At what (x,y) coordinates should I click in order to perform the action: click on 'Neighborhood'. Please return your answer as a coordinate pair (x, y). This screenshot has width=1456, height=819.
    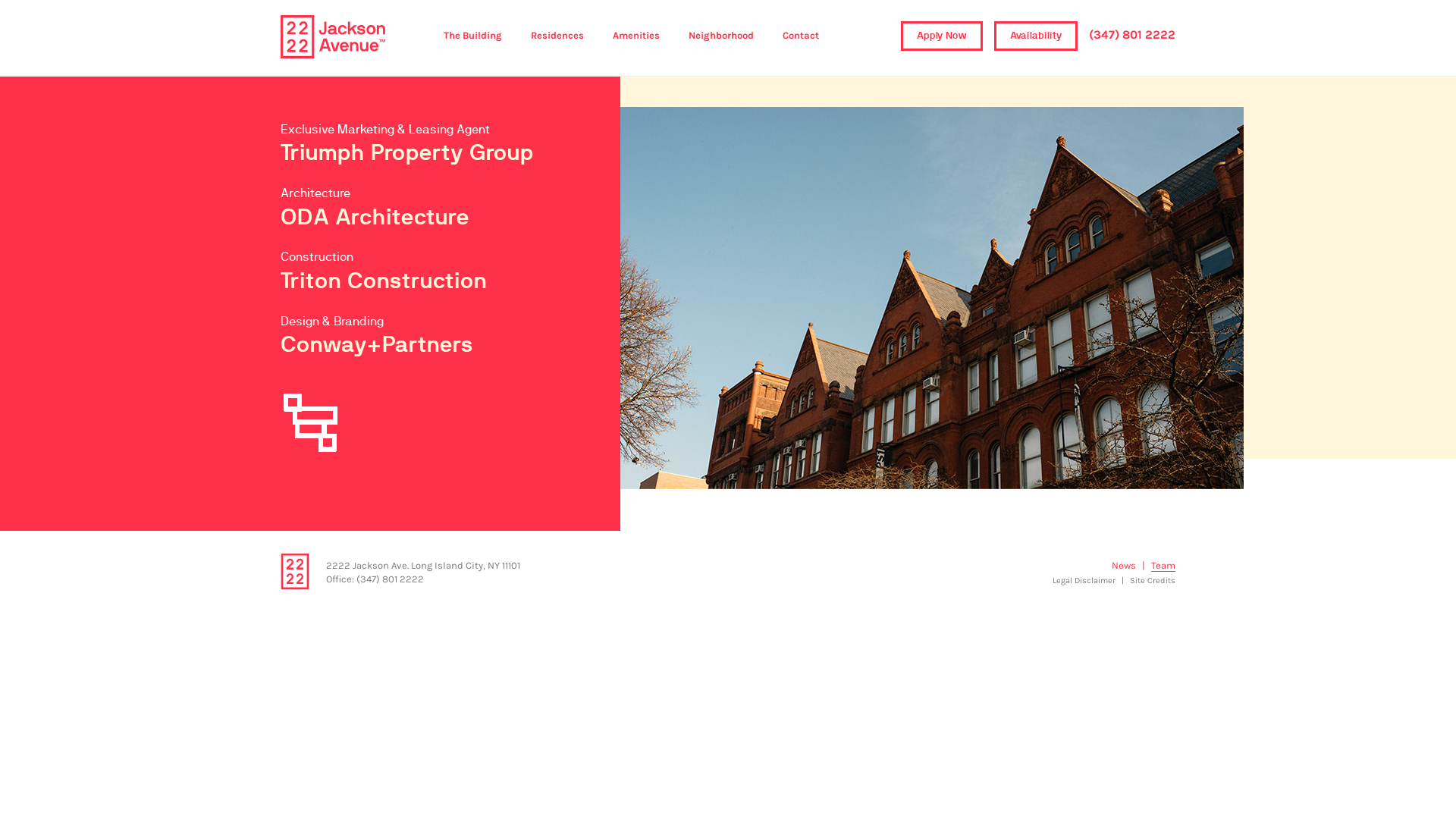
    Looking at the image, I should click on (720, 34).